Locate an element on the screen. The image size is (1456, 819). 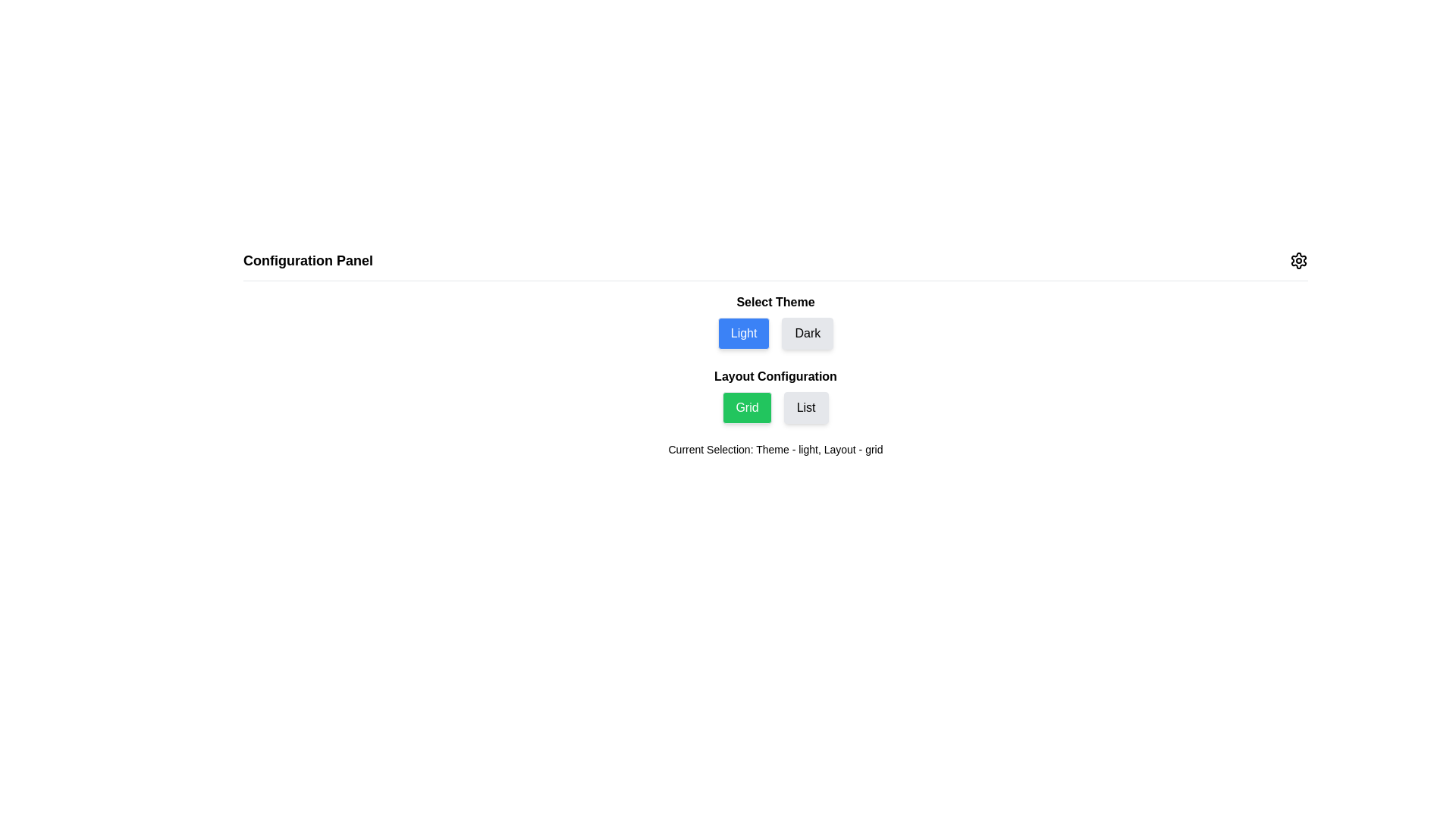
the 'Light' button, which is a rectangular button with white text on a blue background, located in the 'Select Theme' section is located at coordinates (744, 332).